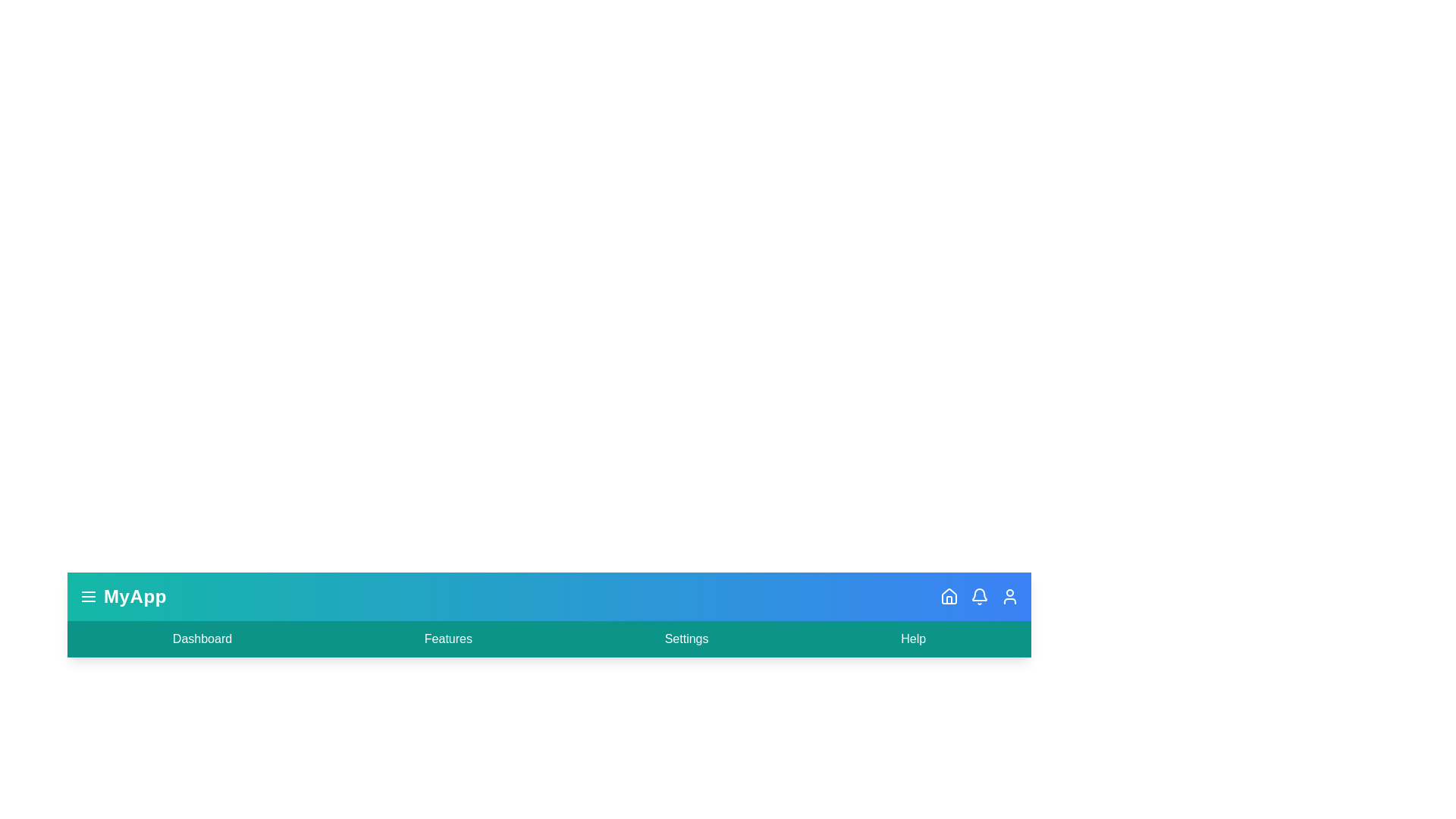 This screenshot has width=1456, height=819. What do you see at coordinates (447, 639) in the screenshot?
I see `the 'Features' button in the navigation bar to navigate to the Features section` at bounding box center [447, 639].